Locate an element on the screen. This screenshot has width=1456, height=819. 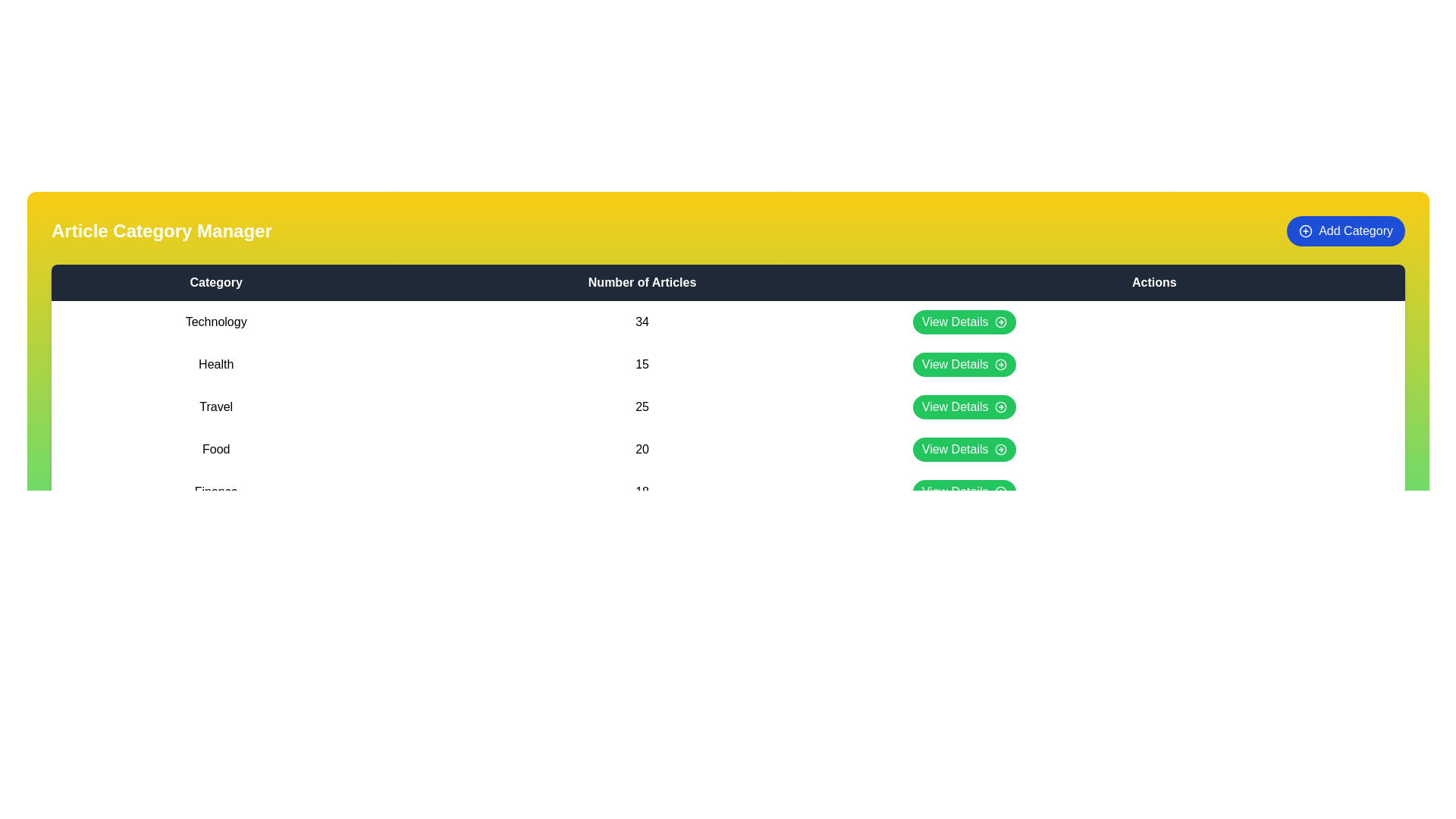
the 'View Details' button for the category 'Travel' is located at coordinates (963, 406).